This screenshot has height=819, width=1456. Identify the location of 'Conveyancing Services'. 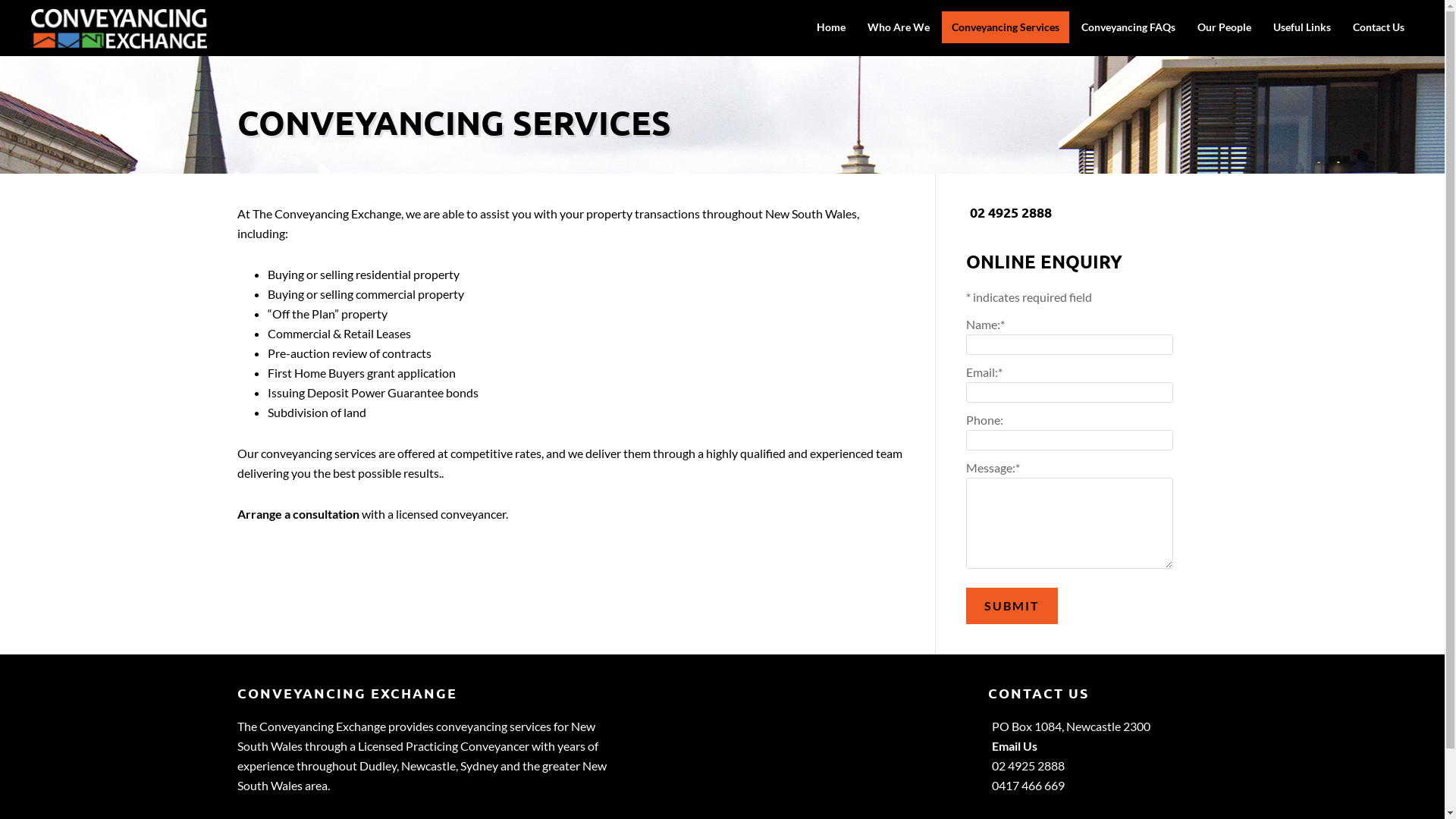
(1005, 27).